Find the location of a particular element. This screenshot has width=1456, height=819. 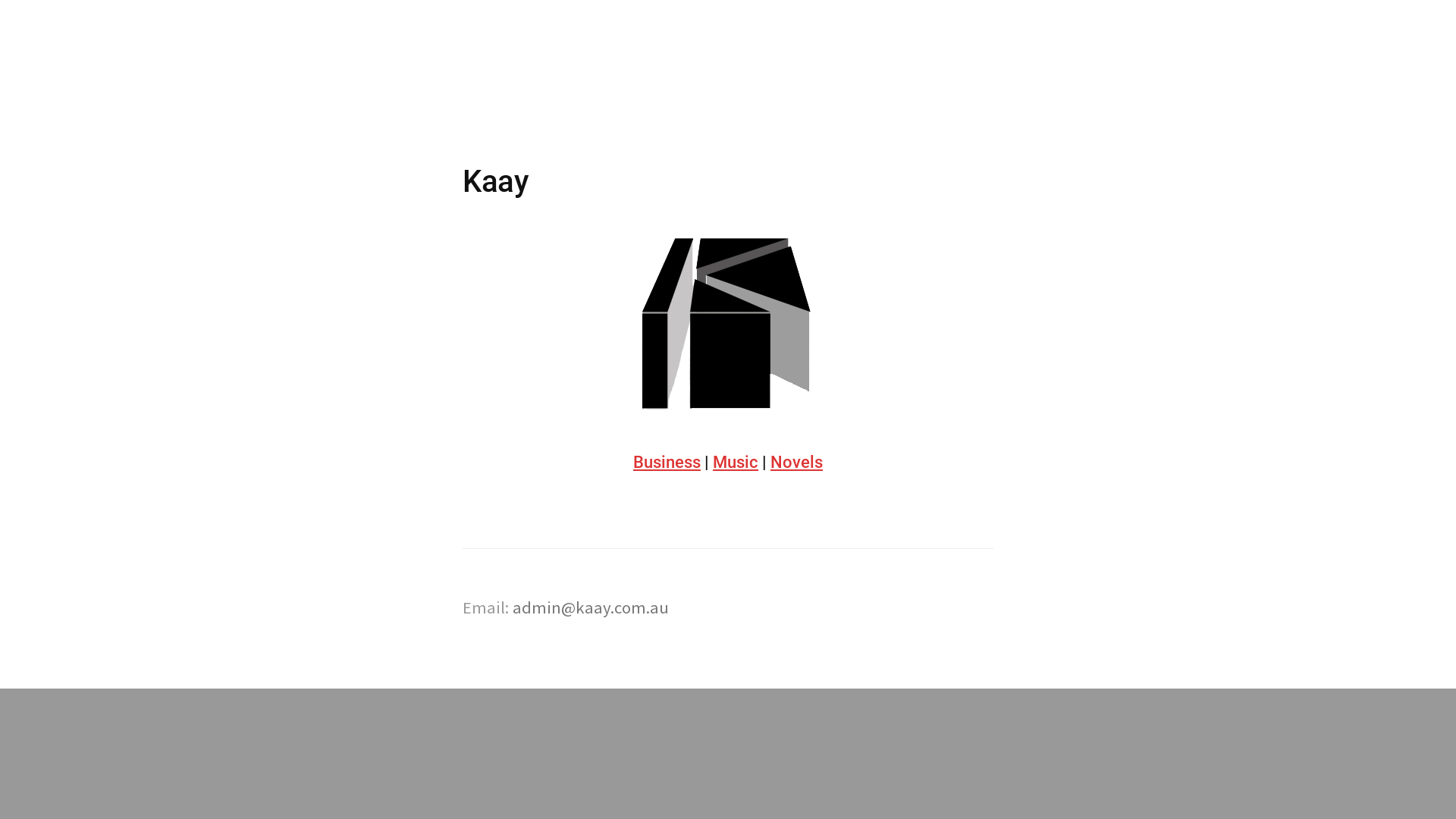

'admin@kaay.com.au' is located at coordinates (513, 607).